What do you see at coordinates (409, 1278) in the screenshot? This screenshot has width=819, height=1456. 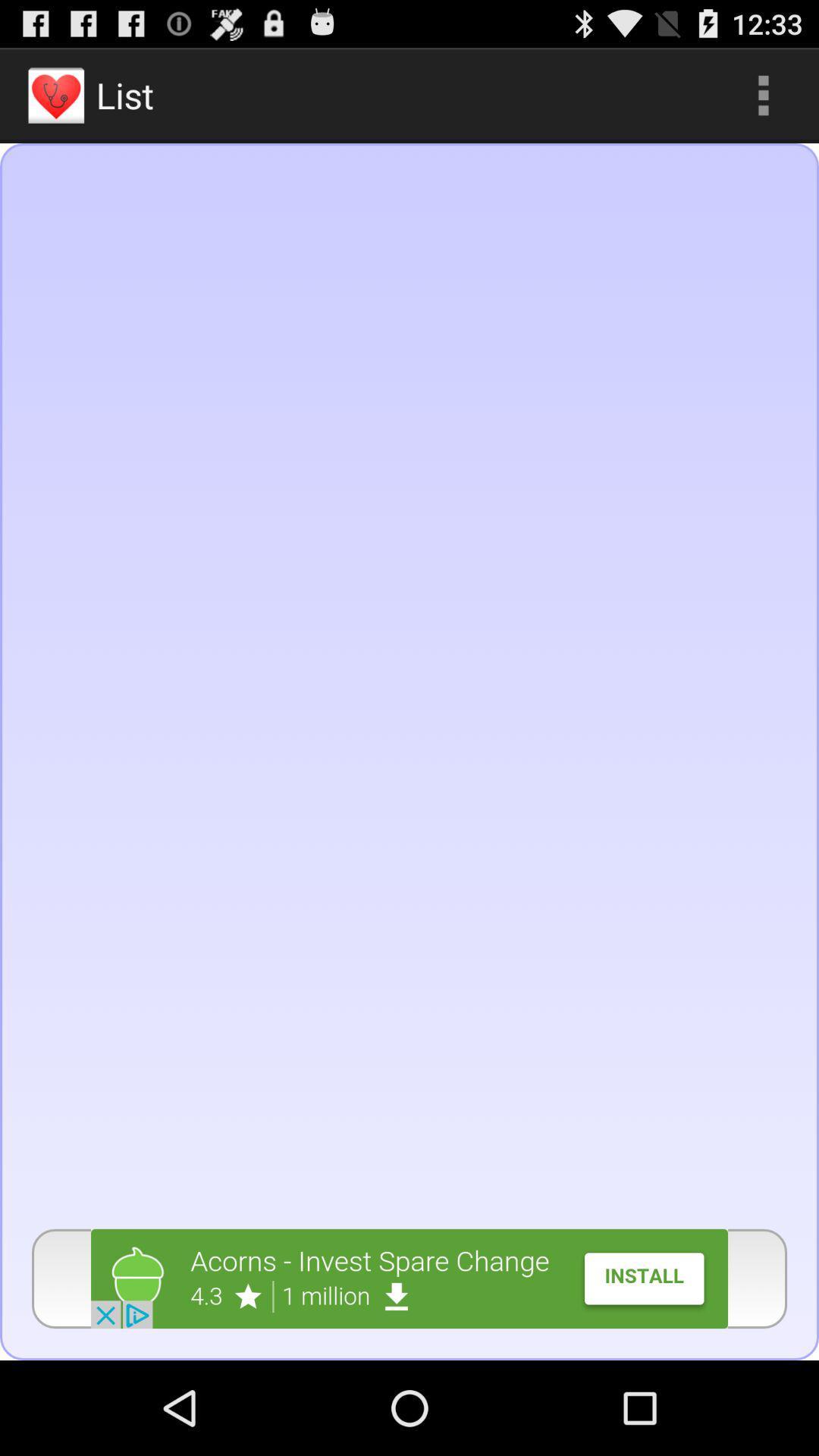 I see `pop-up advertisement` at bounding box center [409, 1278].